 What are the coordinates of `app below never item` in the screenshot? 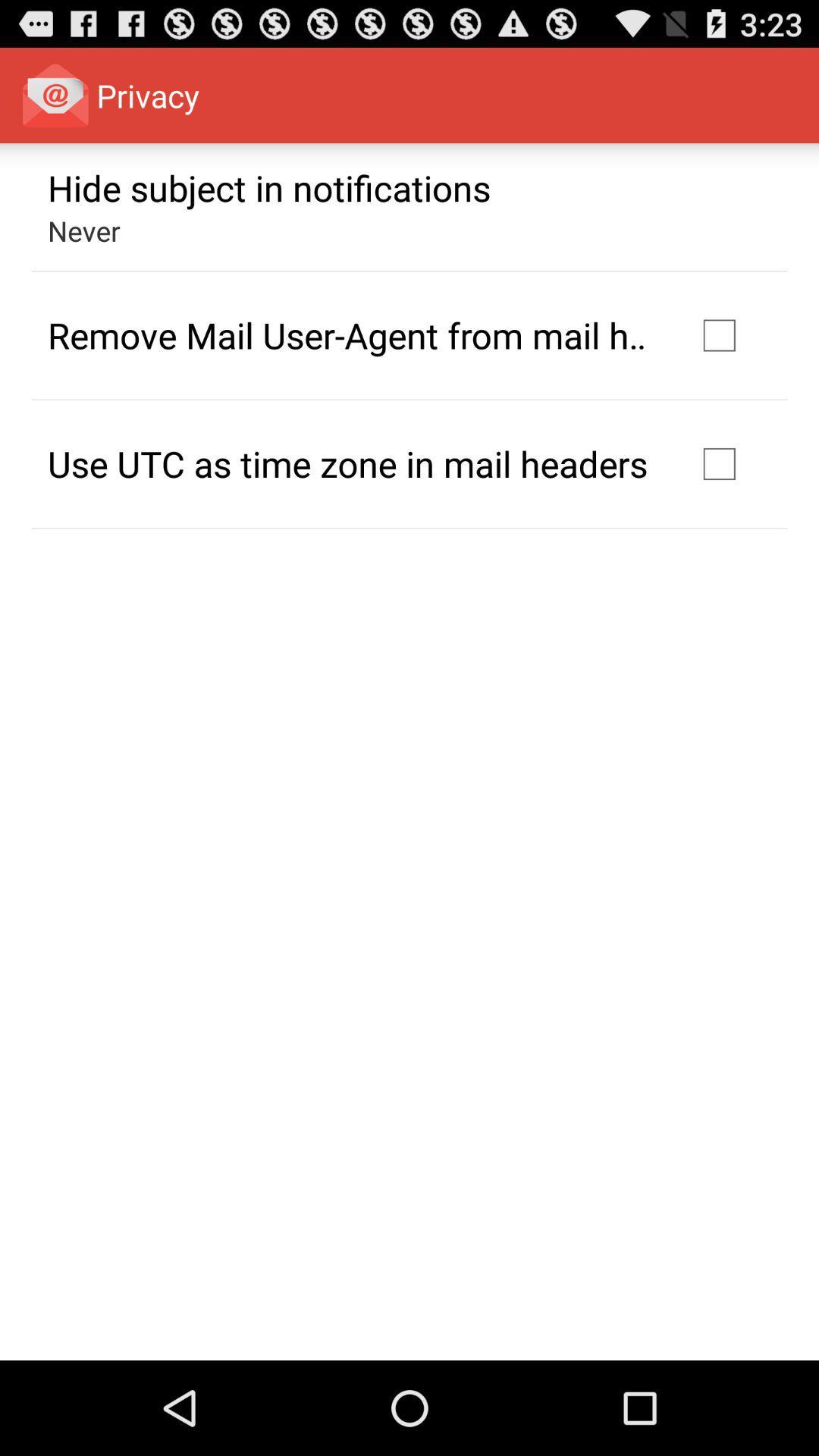 It's located at (351, 334).